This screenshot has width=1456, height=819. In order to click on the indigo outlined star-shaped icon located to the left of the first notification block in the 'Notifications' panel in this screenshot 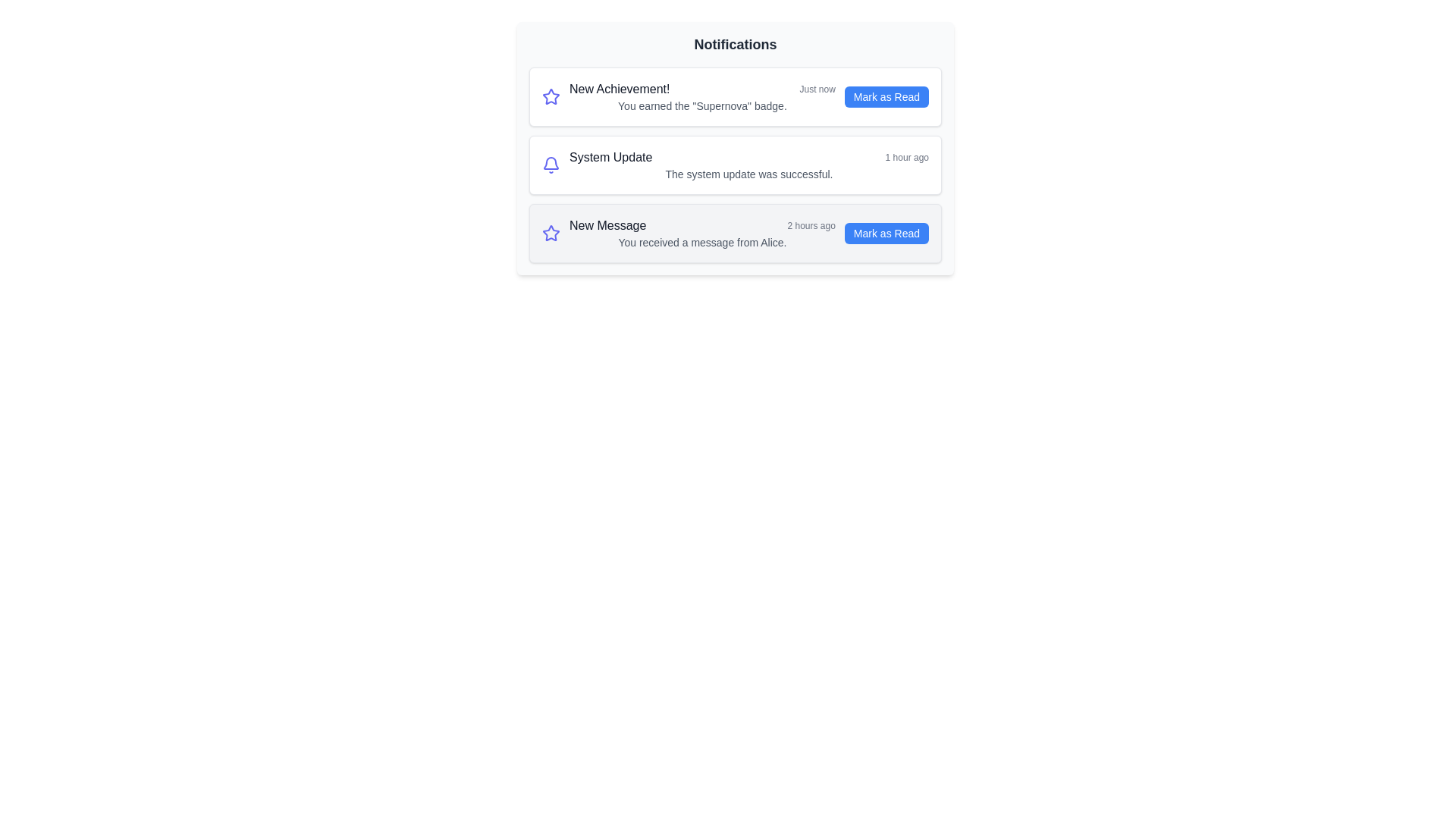, I will do `click(550, 96)`.